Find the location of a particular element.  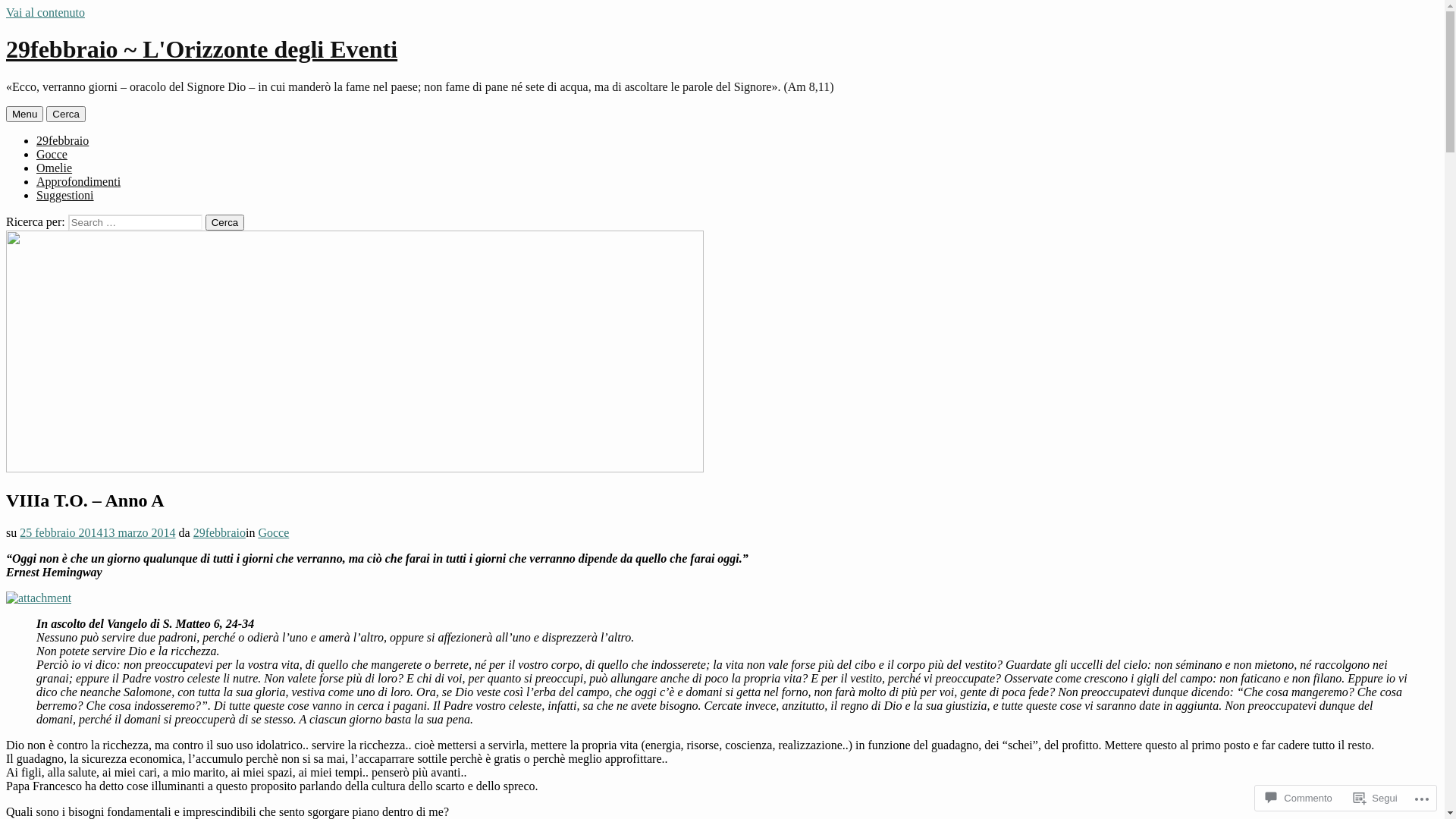

'Omelie' is located at coordinates (54, 168).